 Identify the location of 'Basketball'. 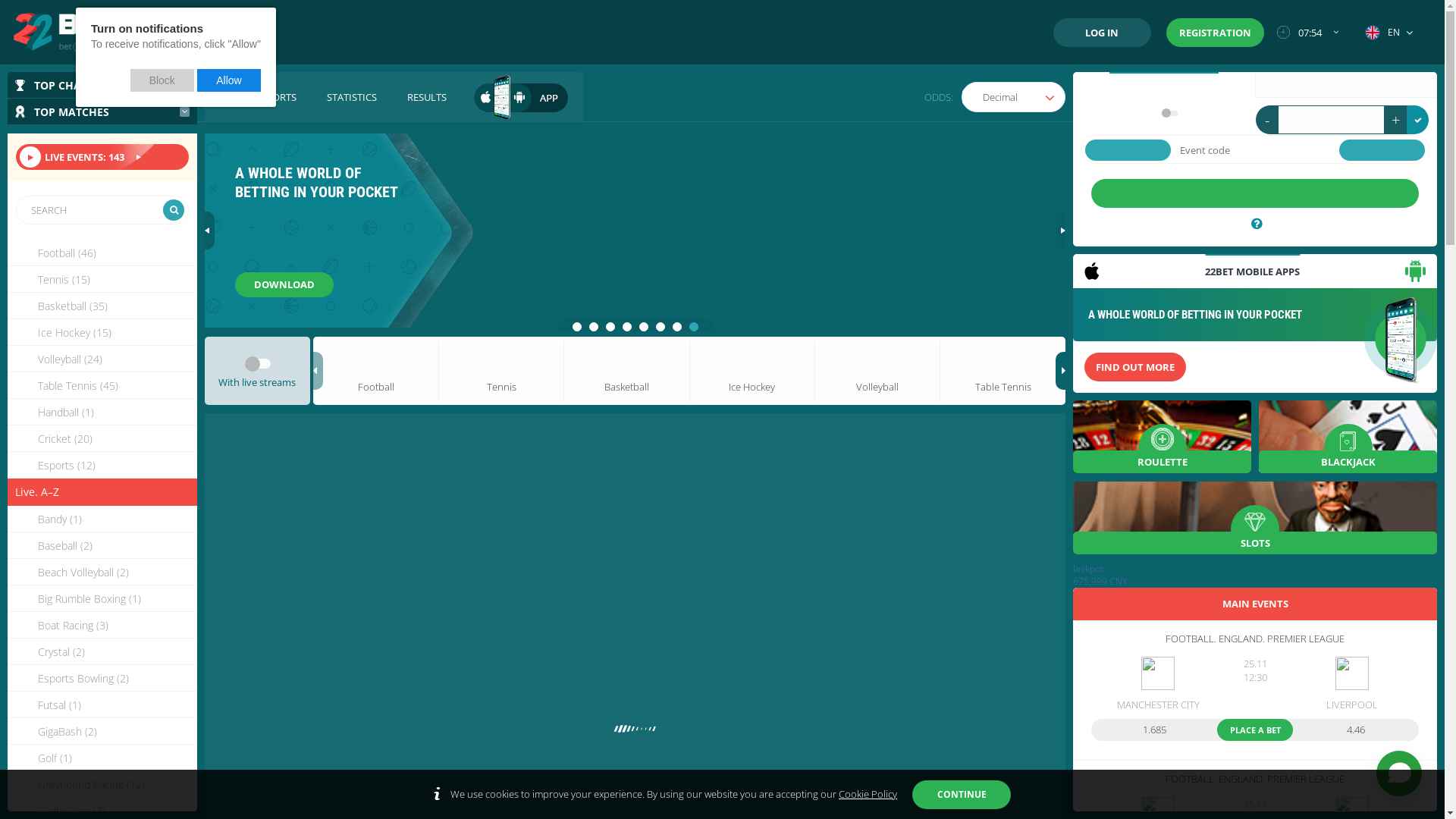
(563, 371).